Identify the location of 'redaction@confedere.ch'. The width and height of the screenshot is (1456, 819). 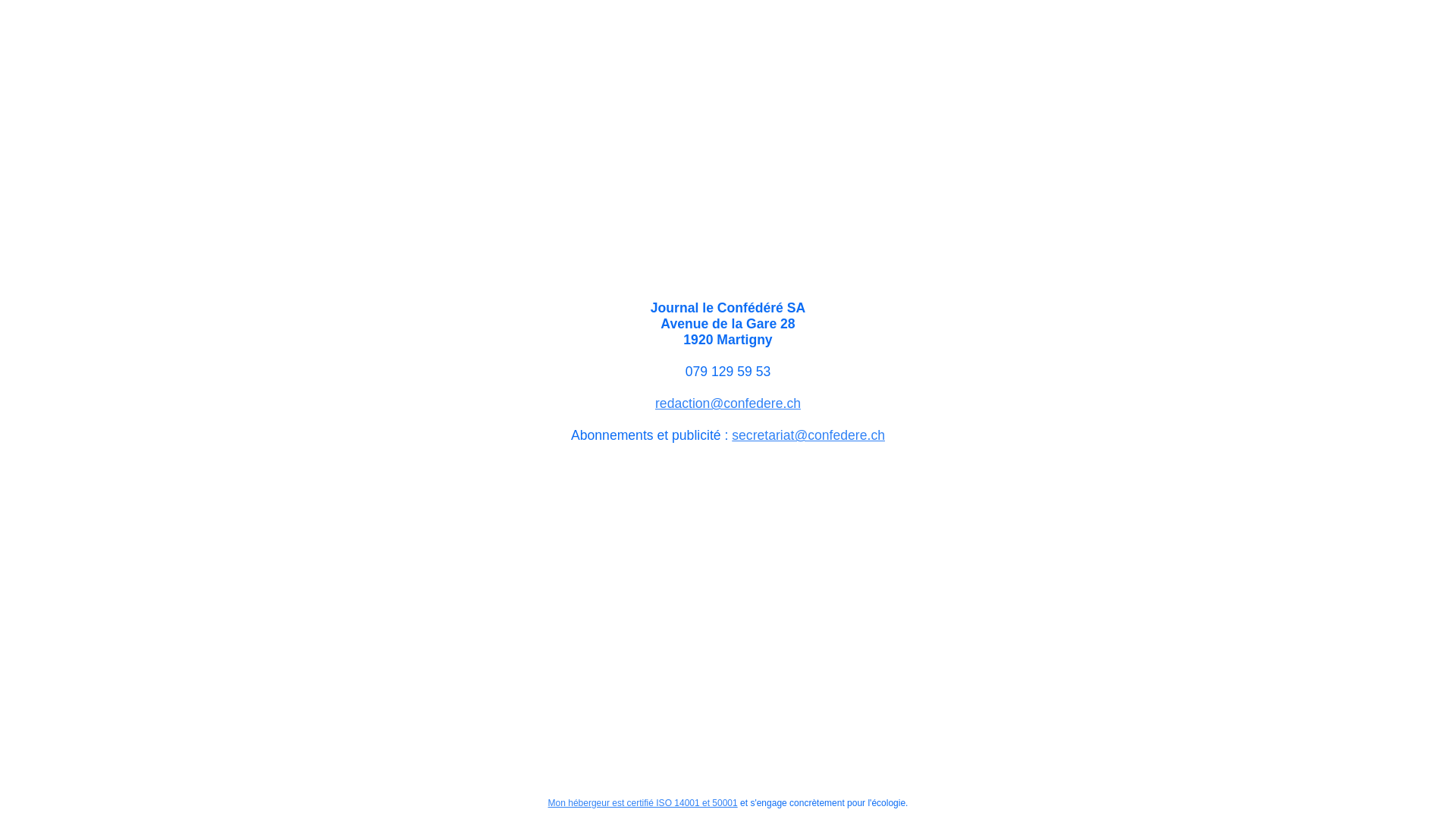
(728, 403).